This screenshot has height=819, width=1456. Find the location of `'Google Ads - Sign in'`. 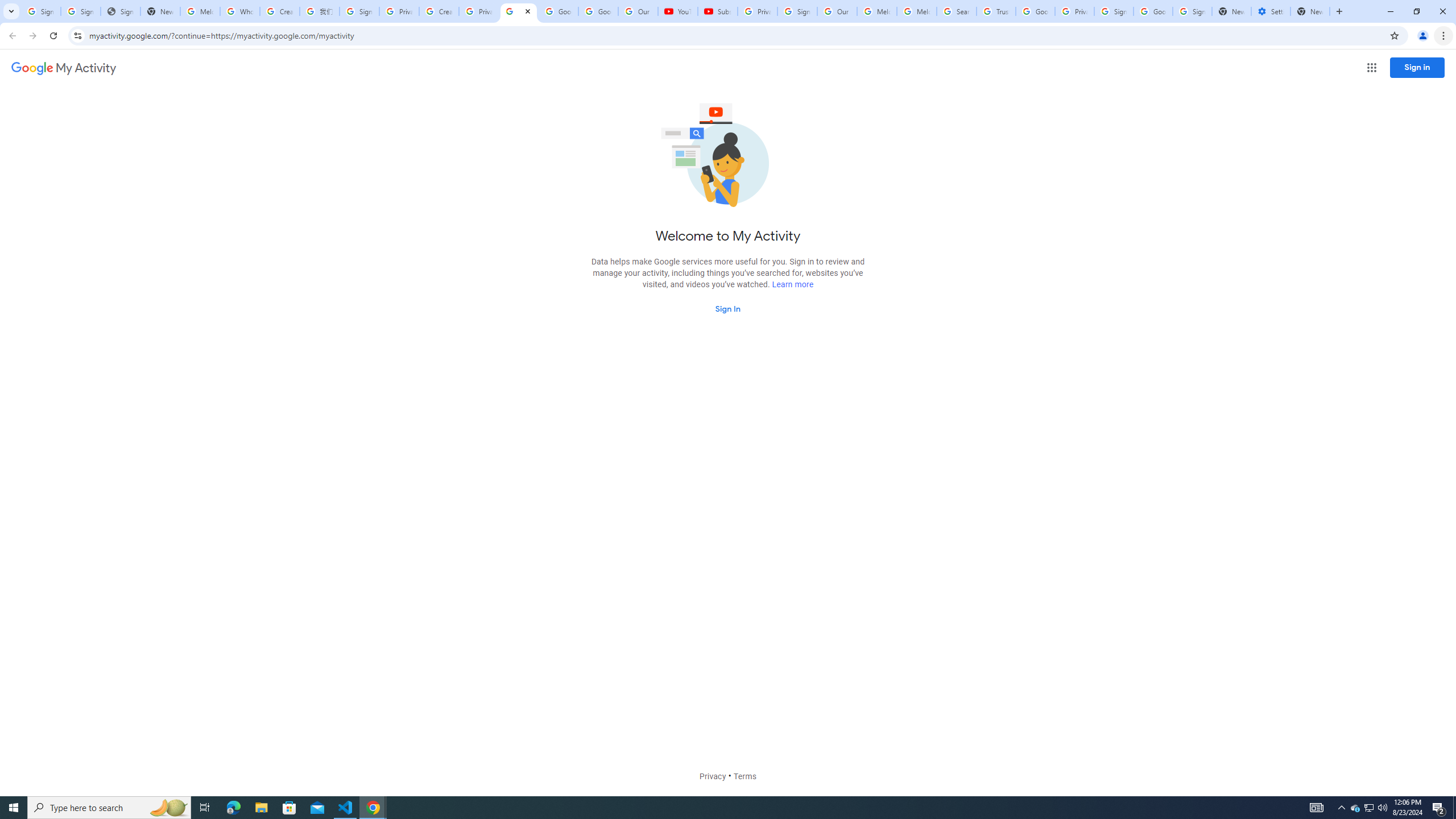

'Google Ads - Sign in' is located at coordinates (1035, 11).